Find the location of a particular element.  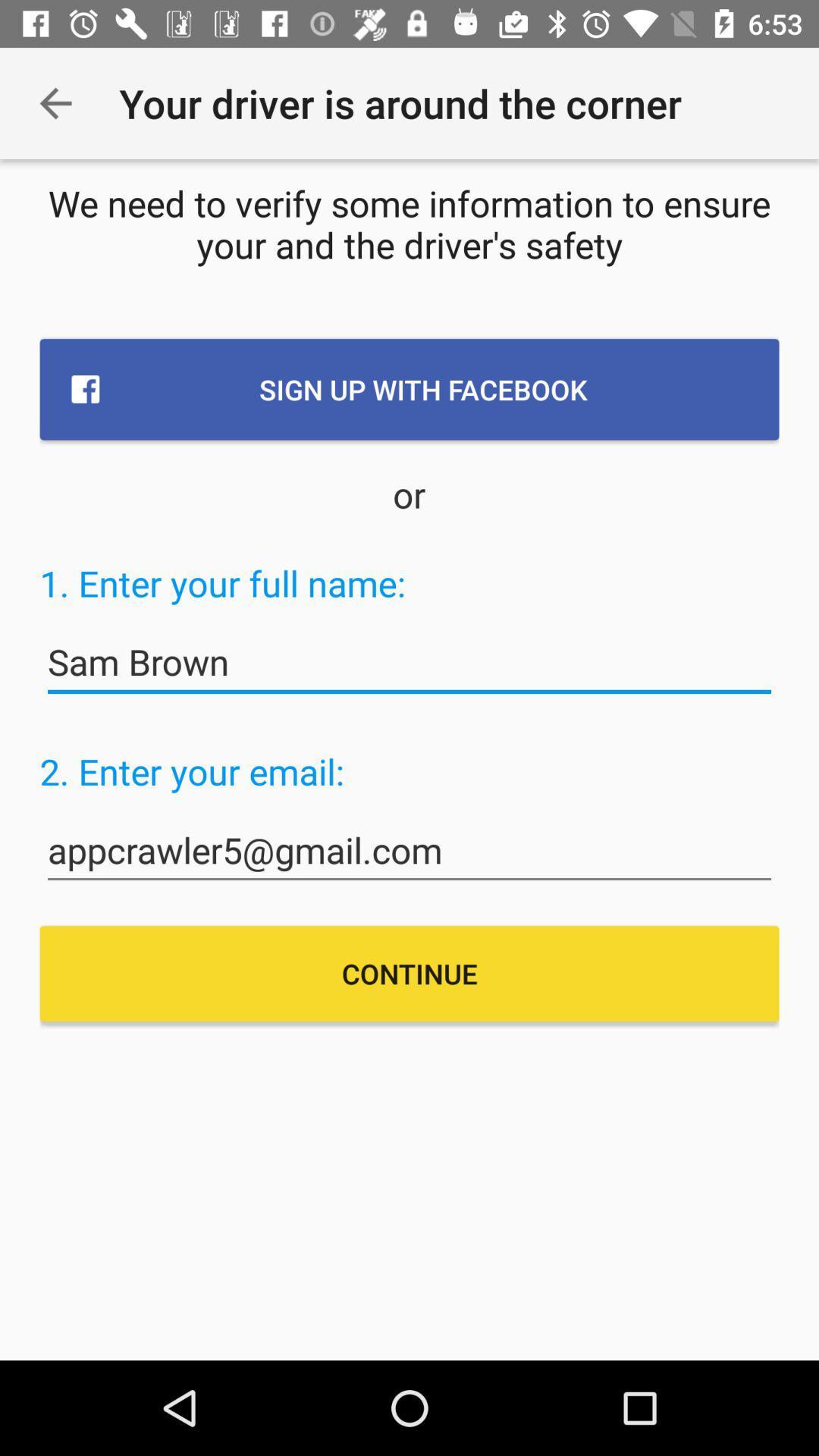

the continue is located at coordinates (409, 974).